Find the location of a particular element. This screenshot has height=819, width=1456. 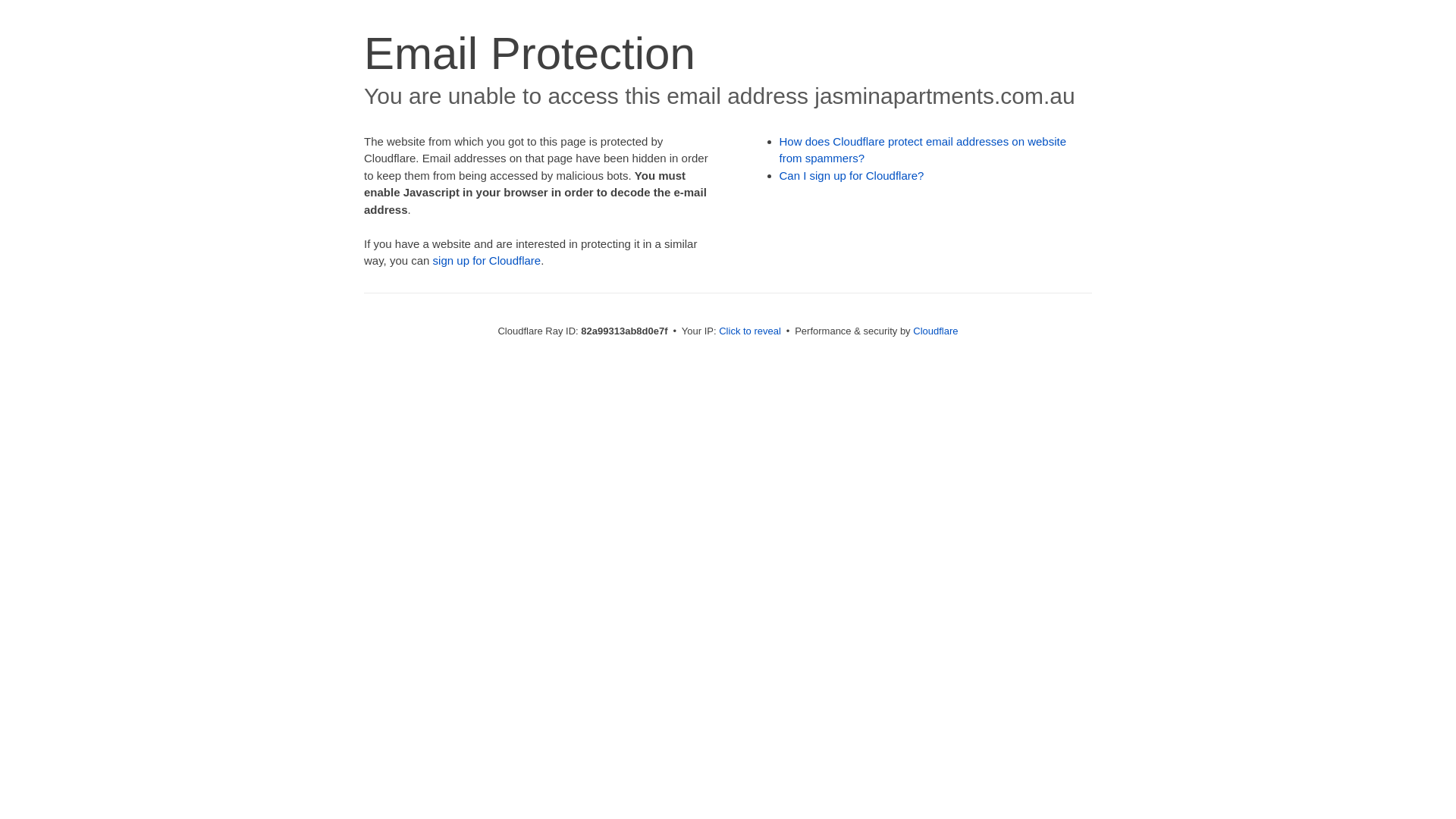

'Can I sign up for Cloudflare?' is located at coordinates (852, 174).